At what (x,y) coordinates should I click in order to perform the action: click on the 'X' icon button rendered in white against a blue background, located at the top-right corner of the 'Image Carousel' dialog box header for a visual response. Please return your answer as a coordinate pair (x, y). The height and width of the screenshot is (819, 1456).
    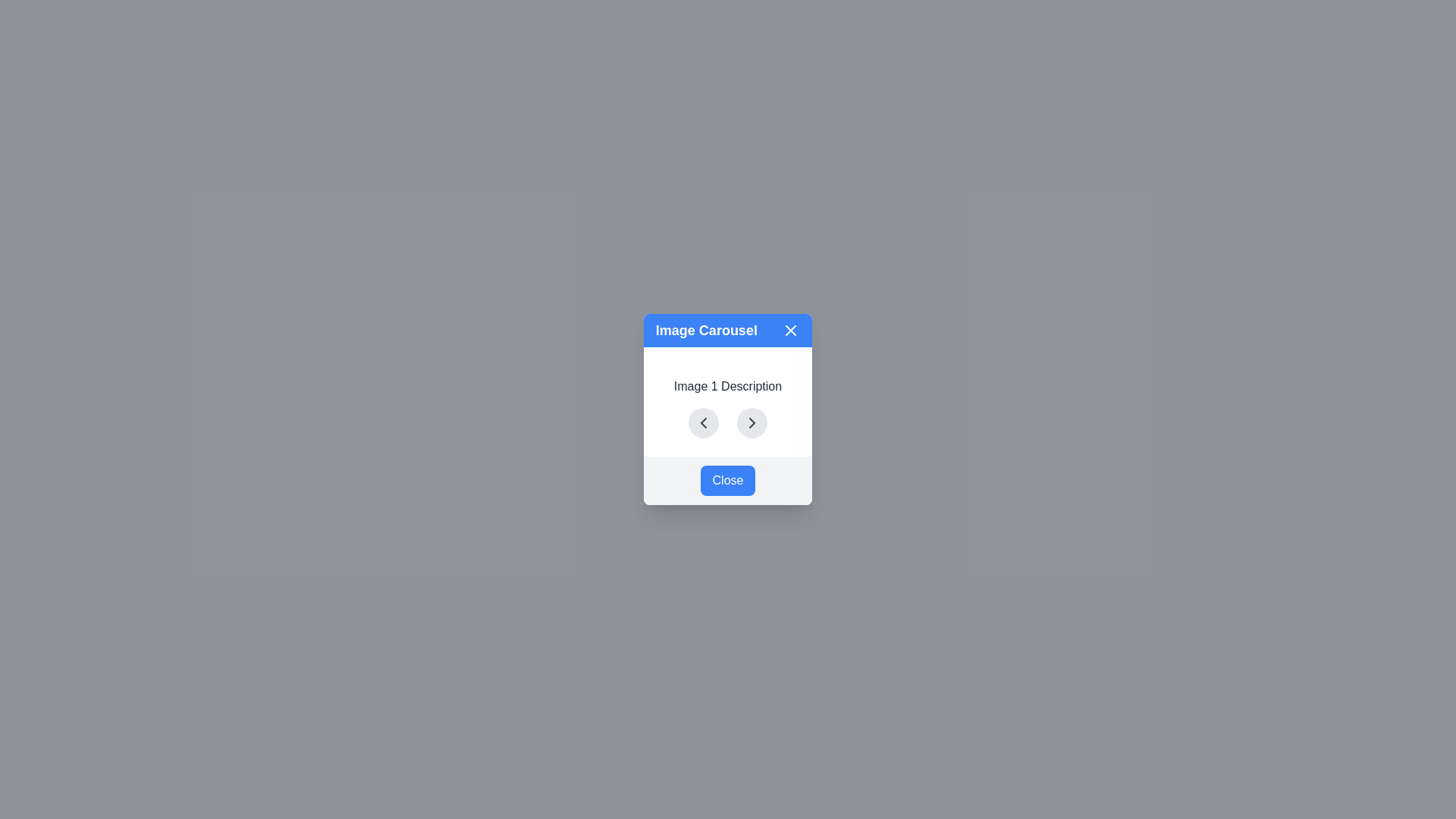
    Looking at the image, I should click on (790, 329).